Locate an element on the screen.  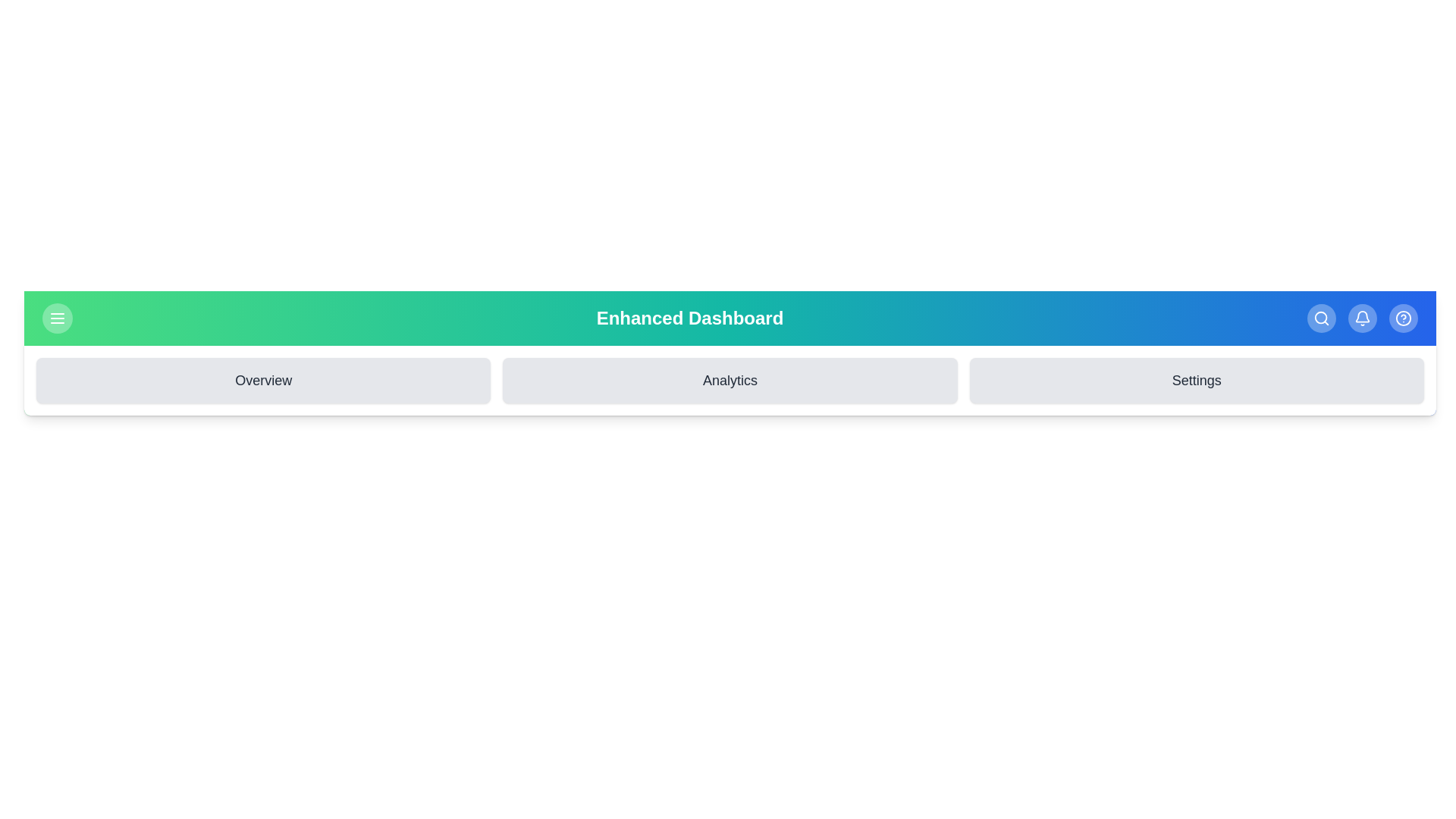
the 'Enhanced Dashboard' text is located at coordinates (689, 318).